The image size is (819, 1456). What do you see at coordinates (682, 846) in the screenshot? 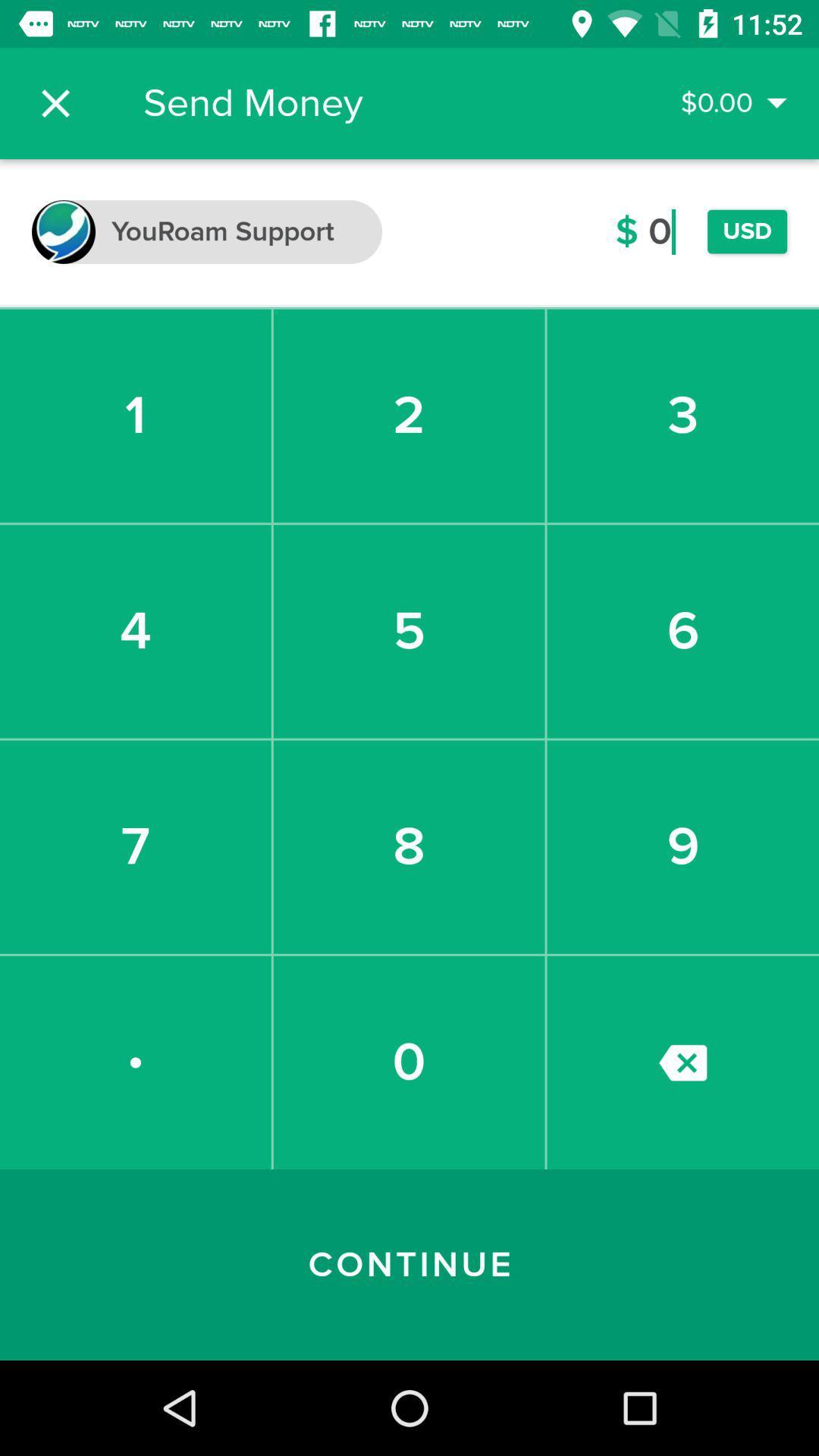
I see `the 9 item` at bounding box center [682, 846].